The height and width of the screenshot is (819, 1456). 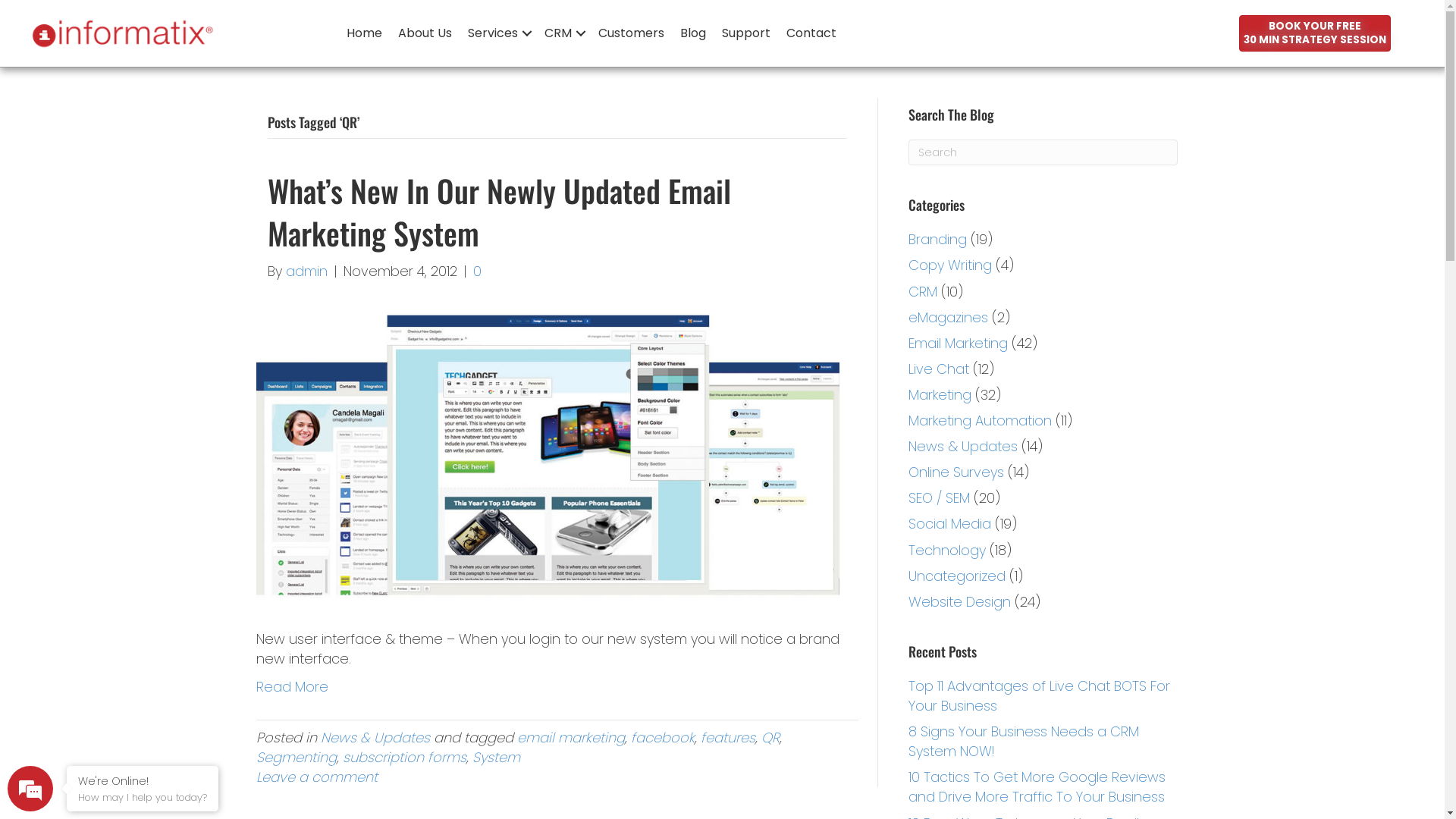 I want to click on 'admin', so click(x=284, y=270).